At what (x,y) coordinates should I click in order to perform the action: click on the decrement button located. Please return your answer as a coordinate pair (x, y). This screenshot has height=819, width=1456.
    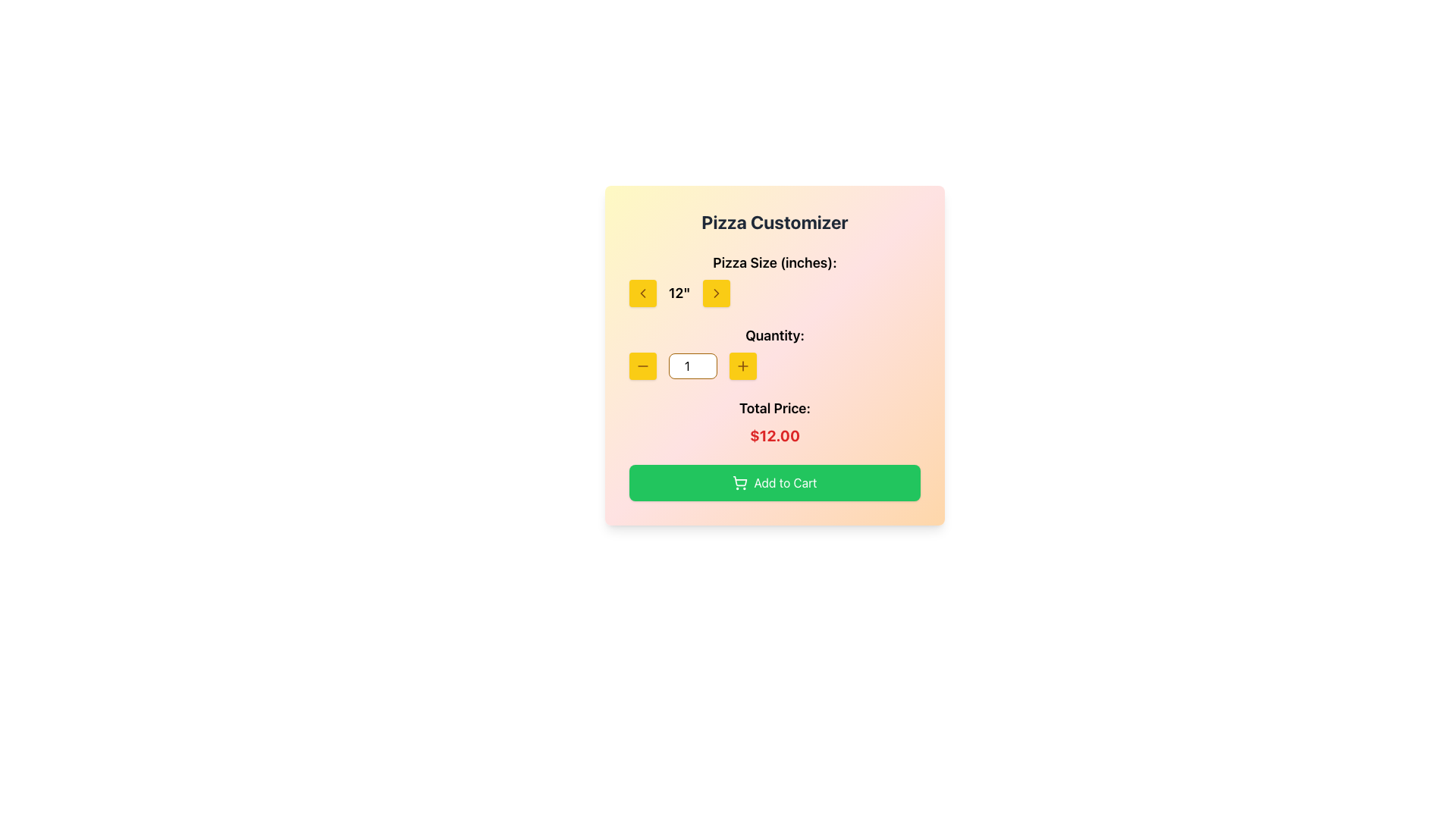
    Looking at the image, I should click on (643, 366).